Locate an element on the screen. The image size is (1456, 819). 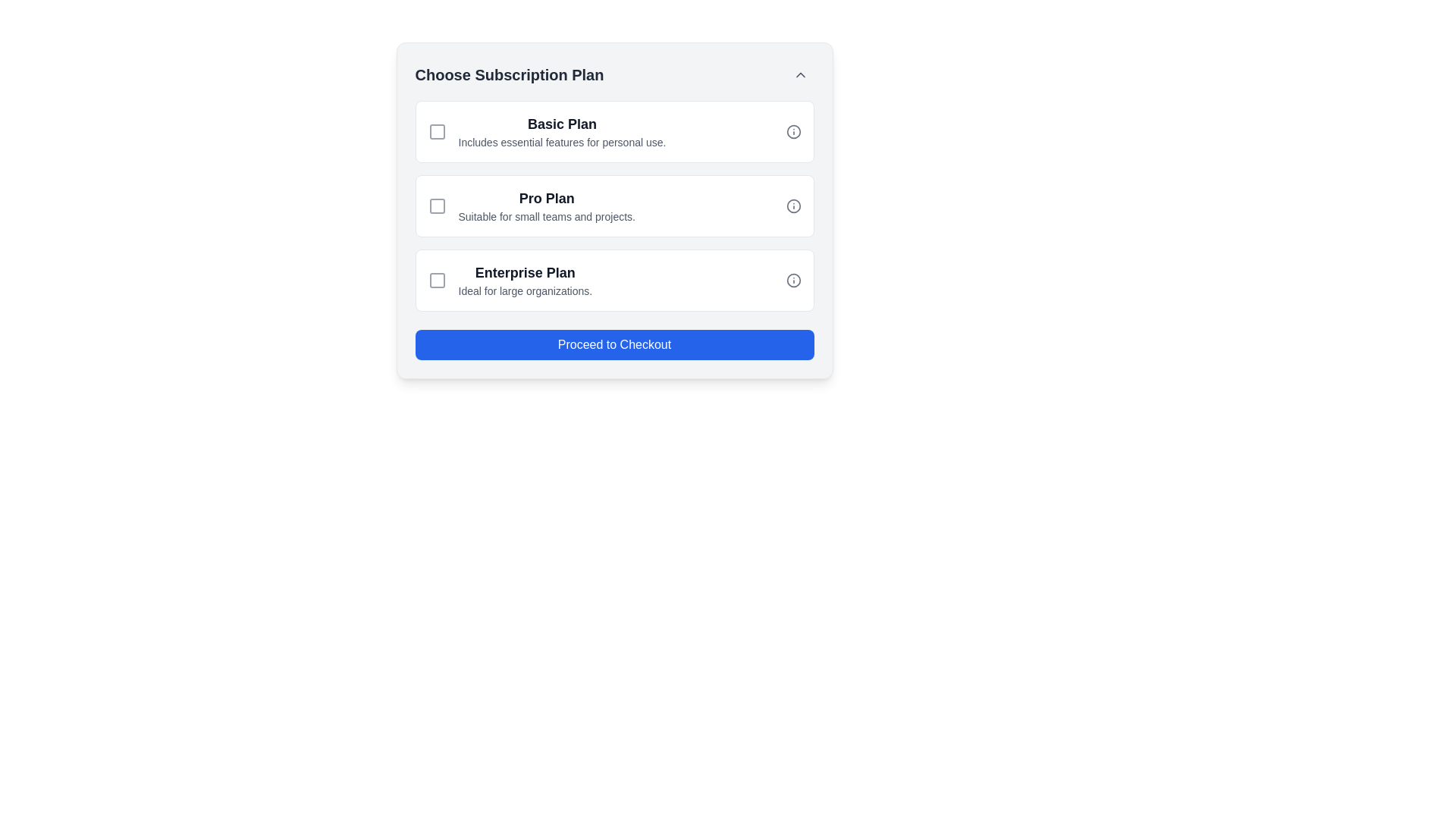
on the triangular-shaped upward chevron icon button located at the top right corner of the main section, adjacent is located at coordinates (799, 75).